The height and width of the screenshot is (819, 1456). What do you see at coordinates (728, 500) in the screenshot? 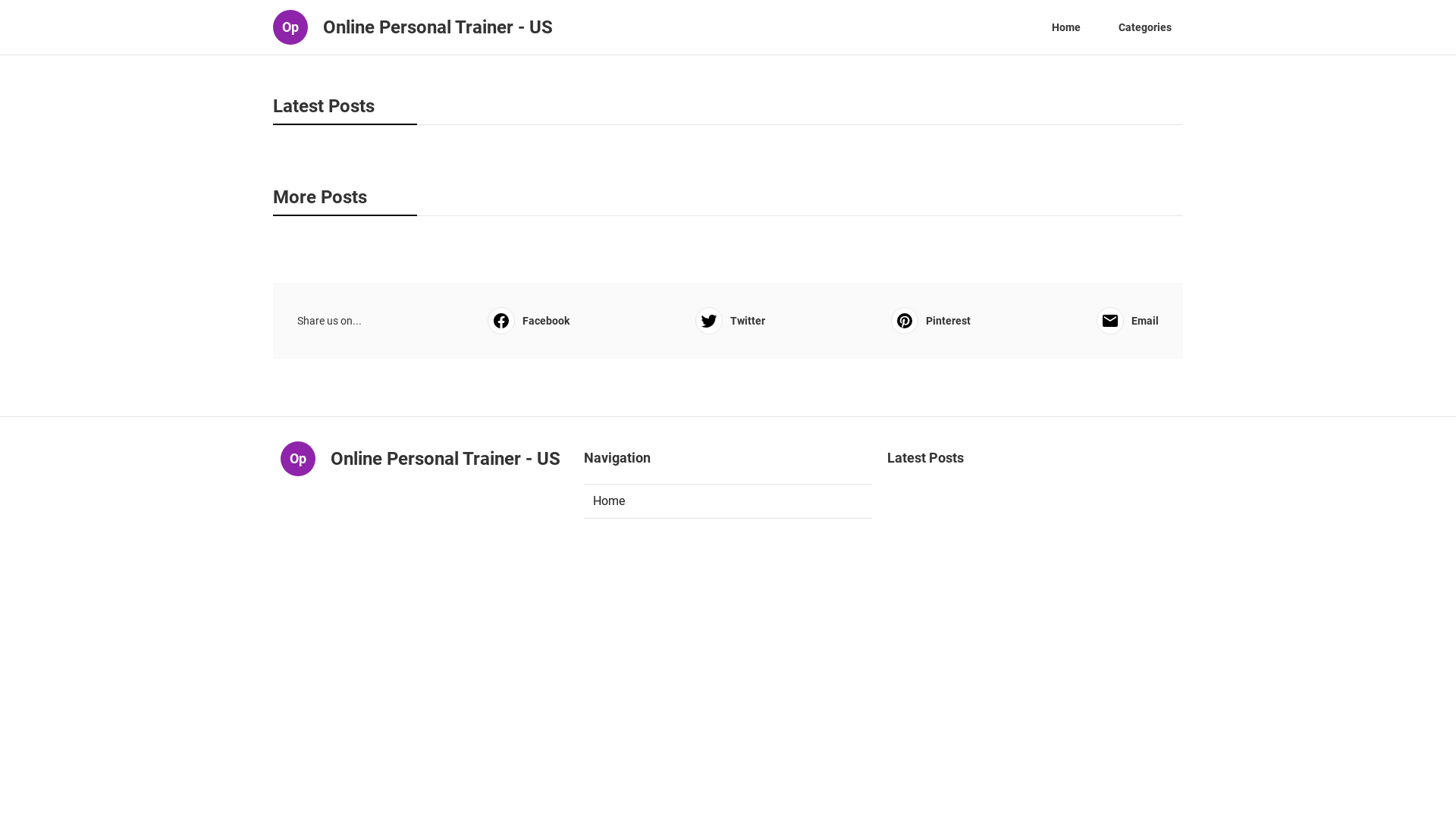
I see `'Home'` at bounding box center [728, 500].